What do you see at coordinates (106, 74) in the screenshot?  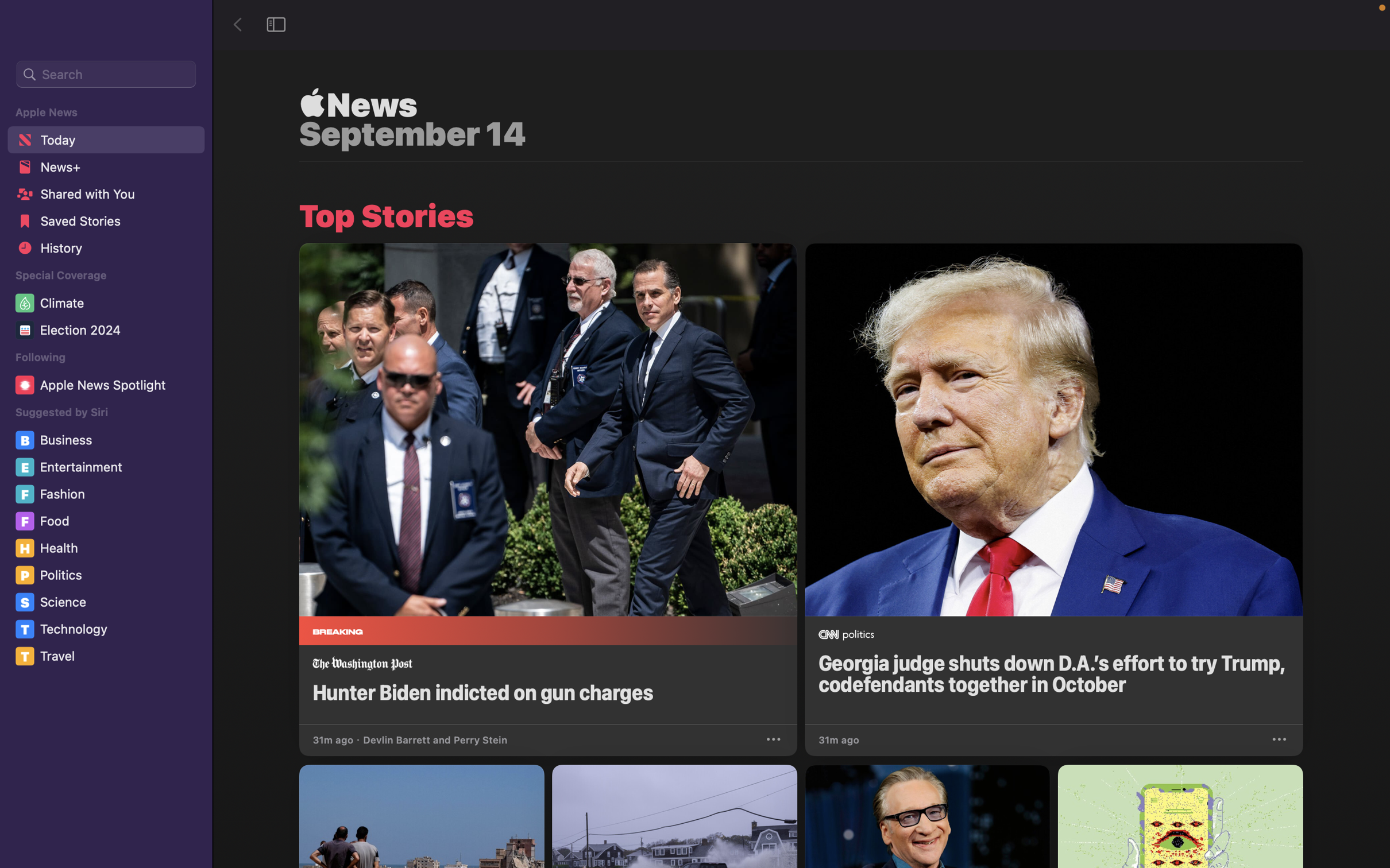 I see `Search for news about "Covid 2020"` at bounding box center [106, 74].